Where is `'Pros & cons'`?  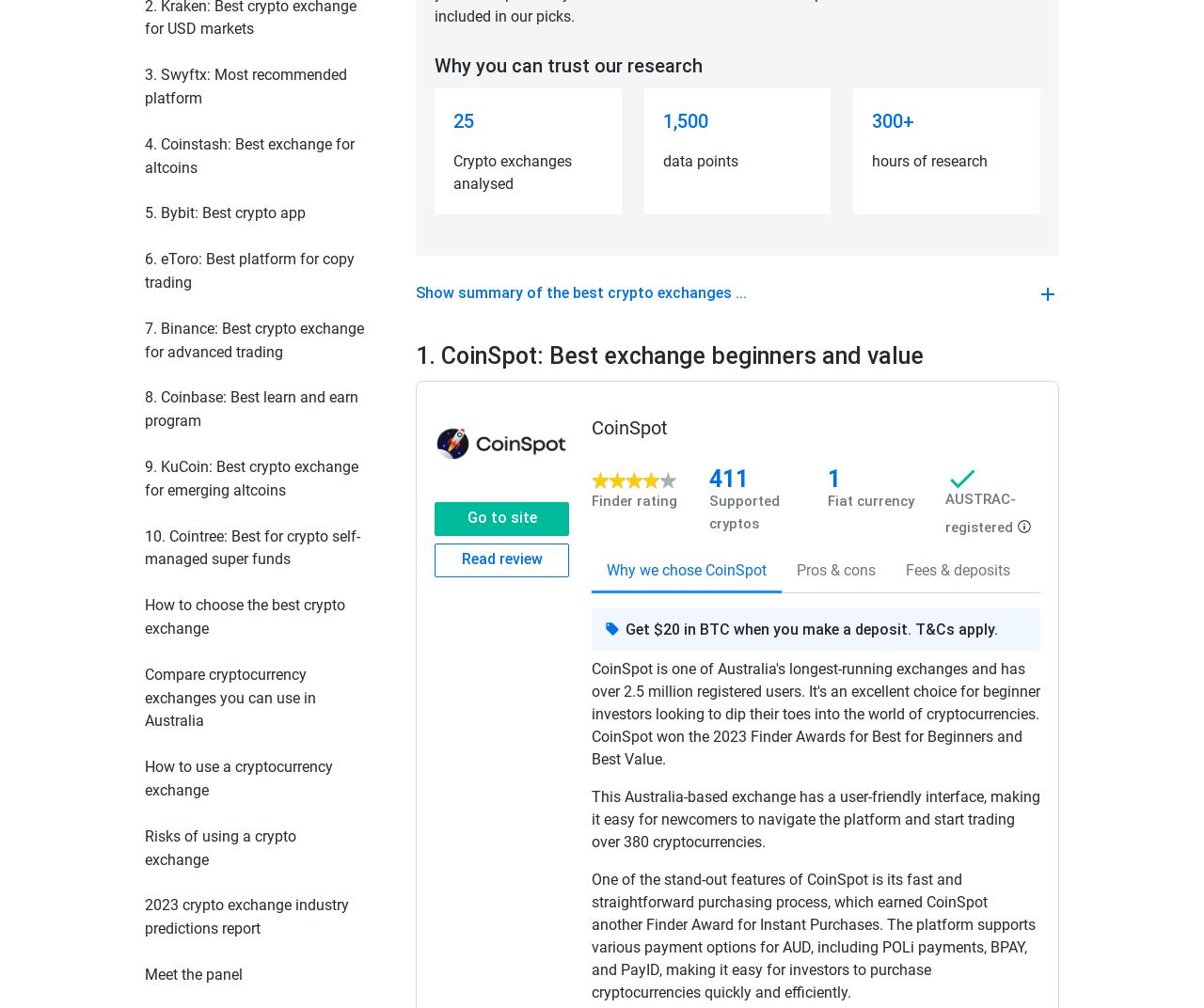
'Pros & cons' is located at coordinates (834, 570).